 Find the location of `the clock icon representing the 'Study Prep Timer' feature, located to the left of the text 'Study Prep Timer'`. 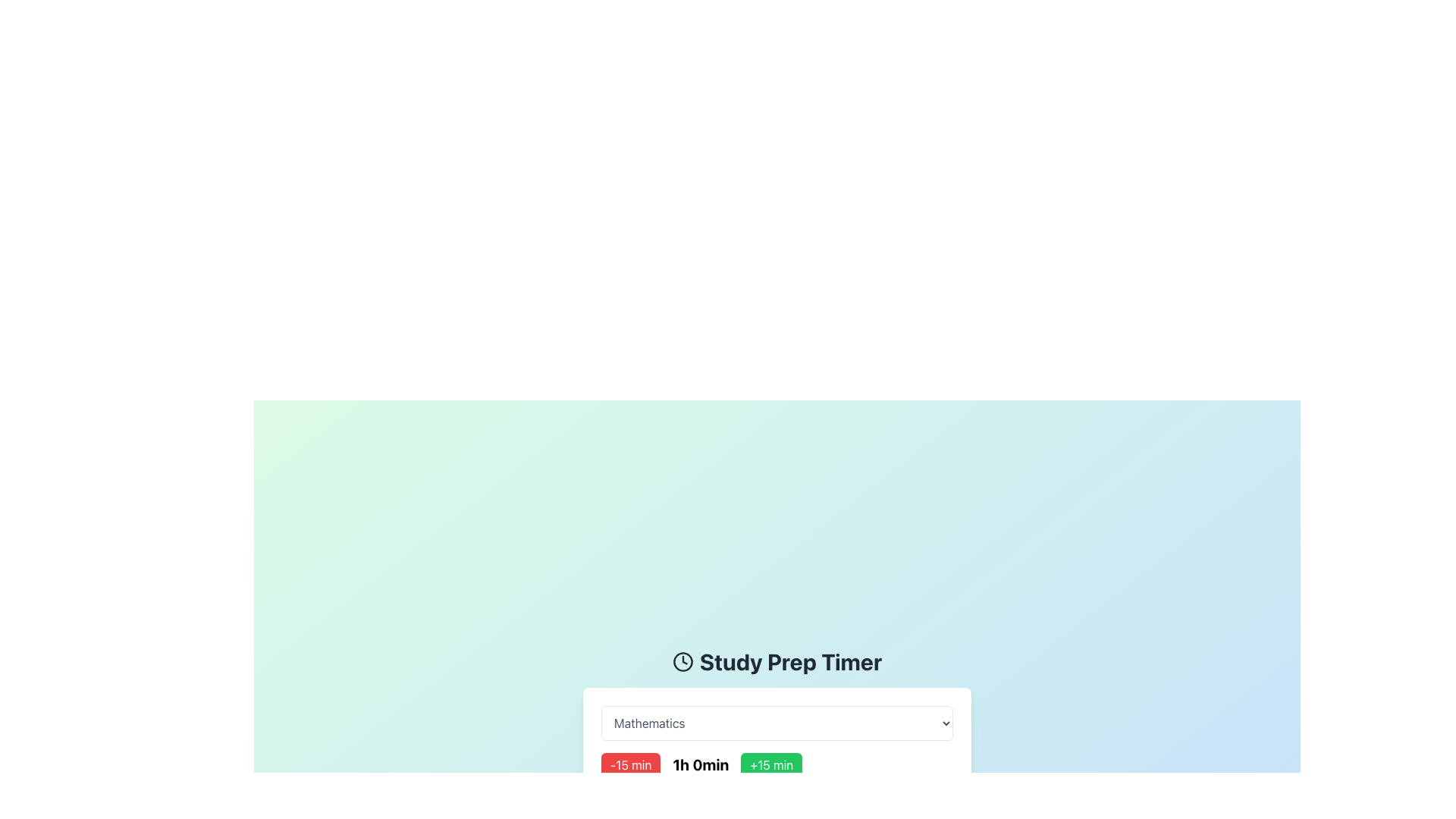

the clock icon representing the 'Study Prep Timer' feature, located to the left of the text 'Study Prep Timer' is located at coordinates (682, 661).